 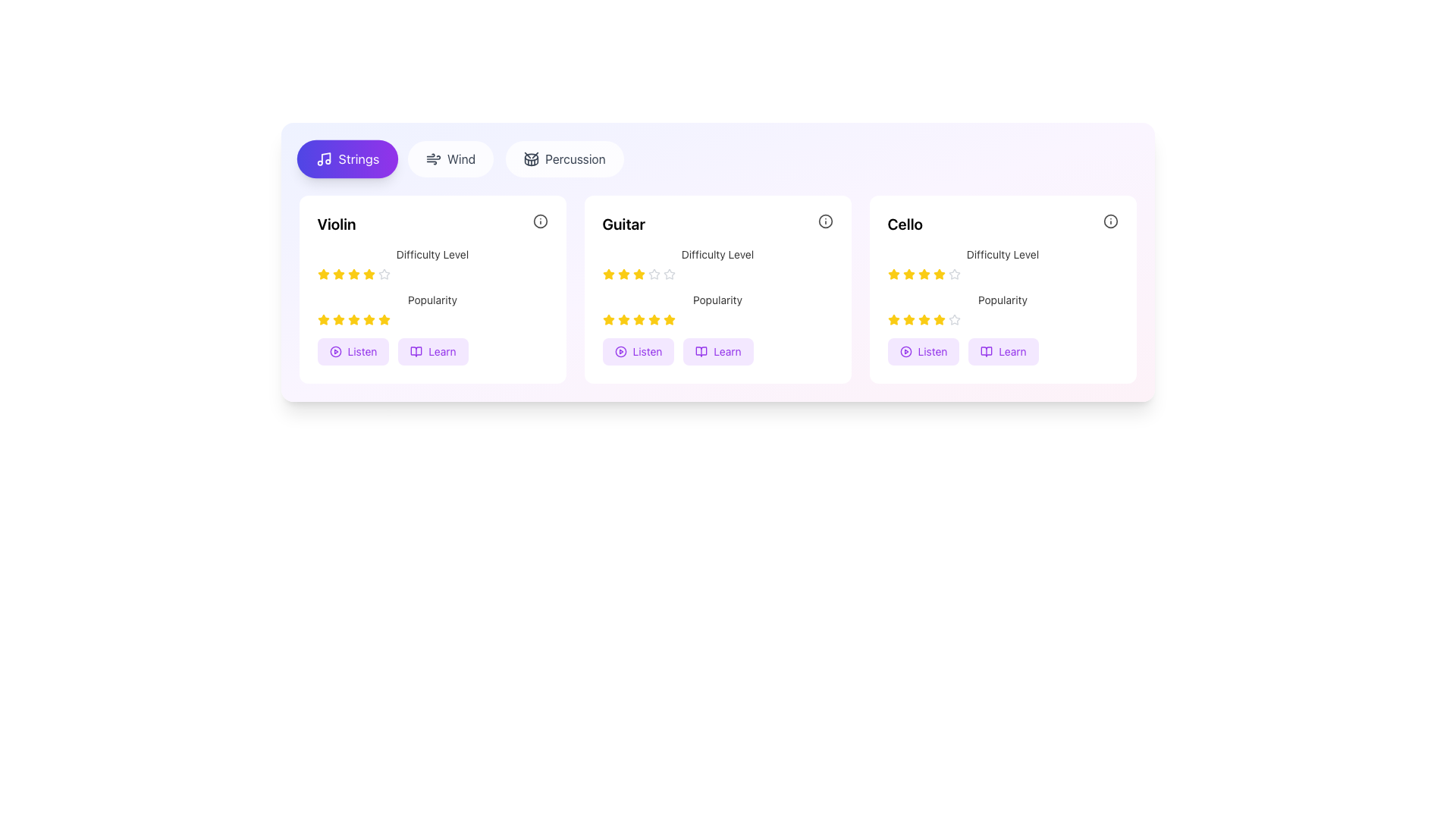 What do you see at coordinates (540, 221) in the screenshot?
I see `the circular SVG element located in the top-right corner of the Guitar card, which is part of an informational icon` at bounding box center [540, 221].